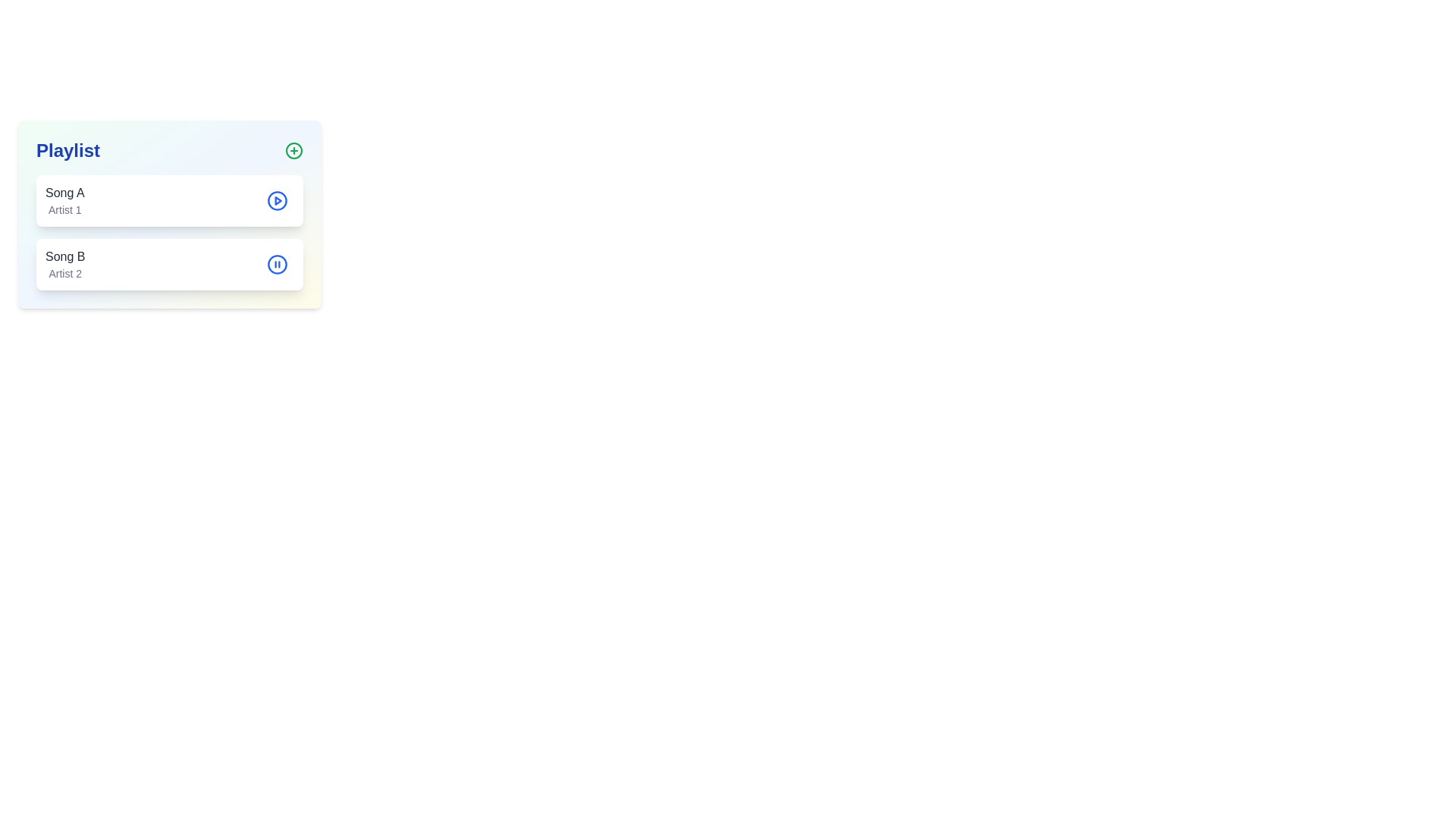 The height and width of the screenshot is (819, 1456). What do you see at coordinates (64, 274) in the screenshot?
I see `the text label displaying 'Artist 2', which is located below 'Song B' in the playlist-style user interface` at bounding box center [64, 274].